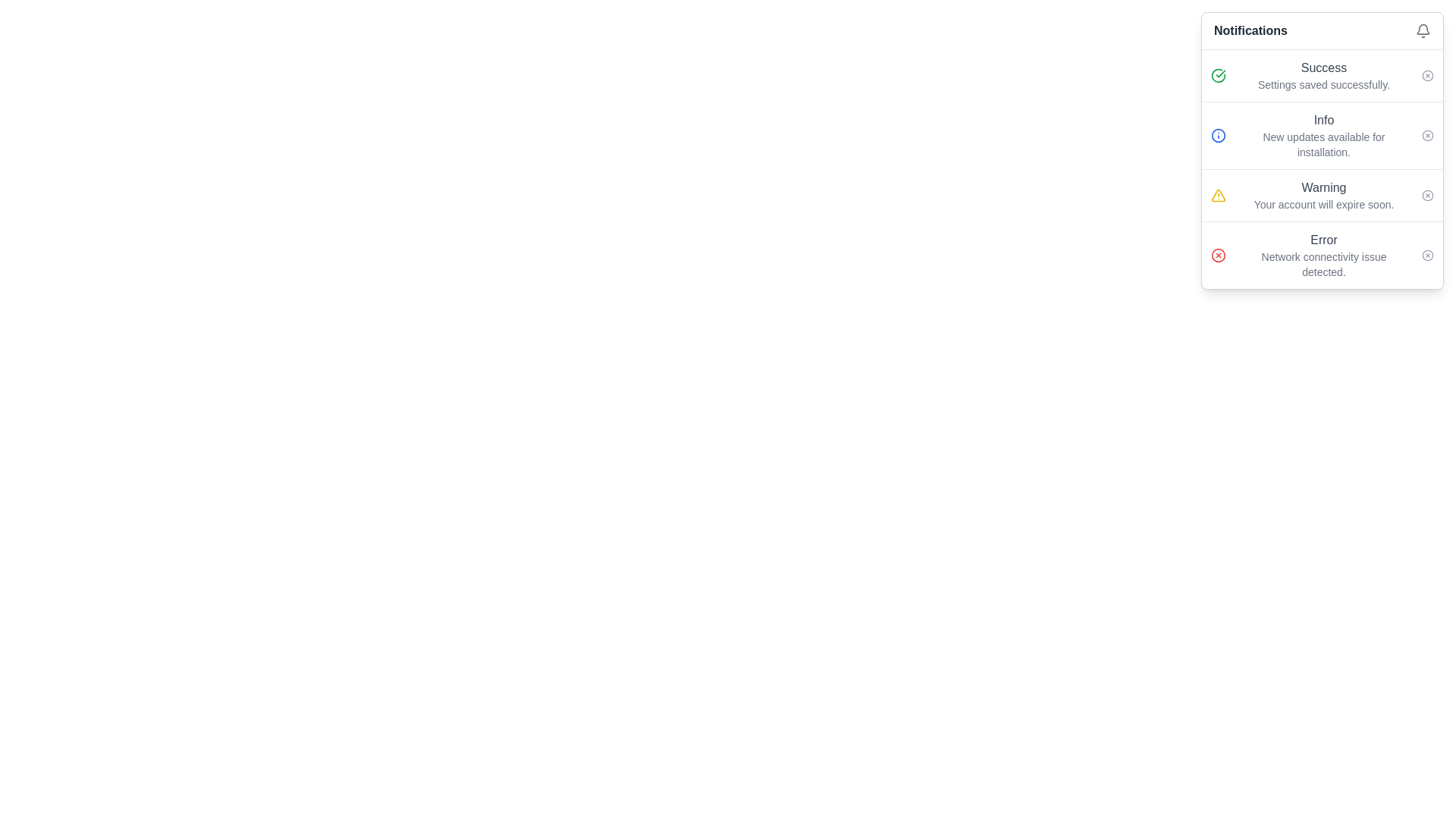  What do you see at coordinates (1426, 134) in the screenshot?
I see `the dismiss button for the 'Info' notification located at the far-right end of the notification panel's 'Info' section` at bounding box center [1426, 134].